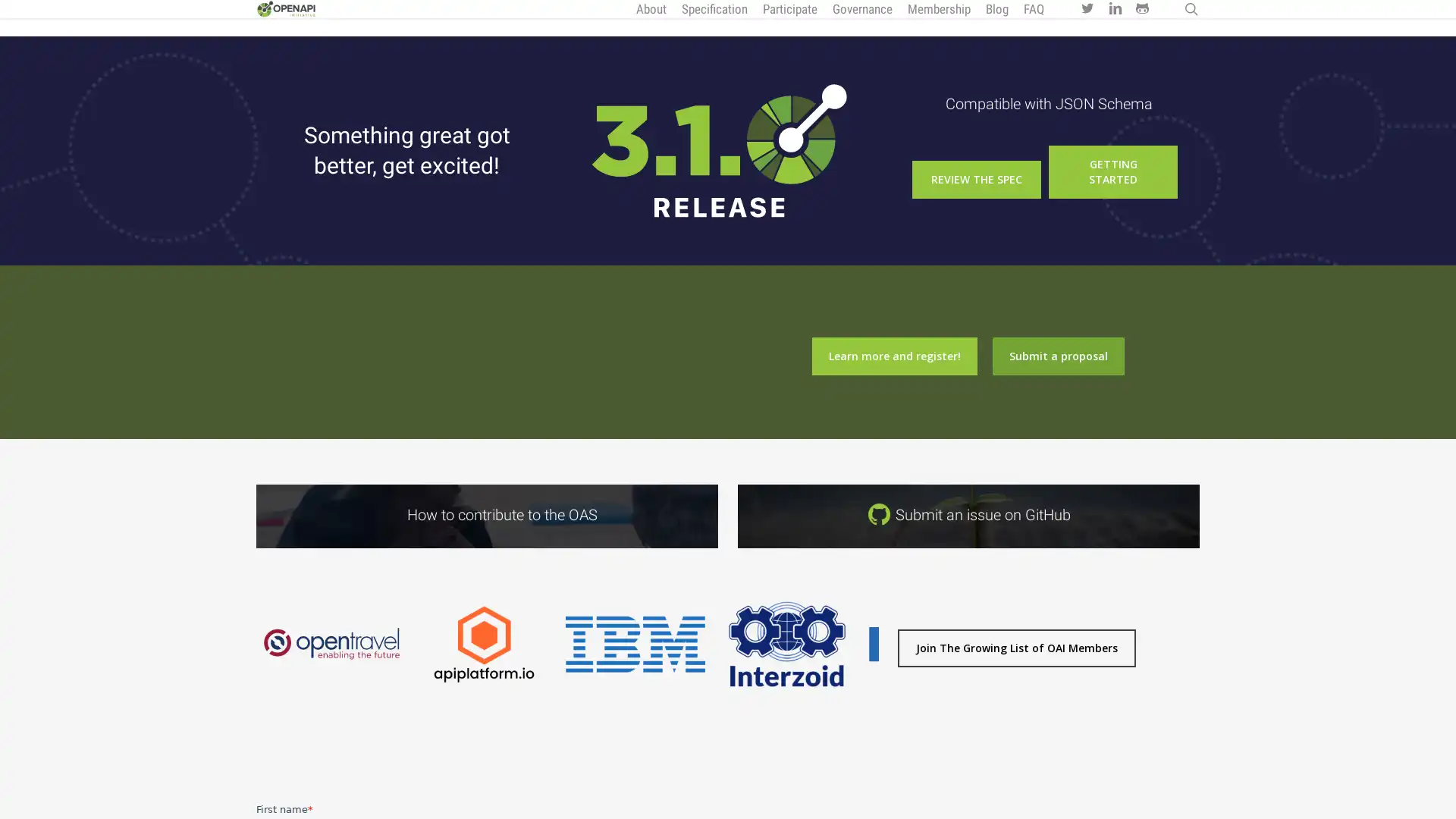 This screenshot has width=1456, height=819. Describe the element at coordinates (886, 651) in the screenshot. I see `Next` at that location.